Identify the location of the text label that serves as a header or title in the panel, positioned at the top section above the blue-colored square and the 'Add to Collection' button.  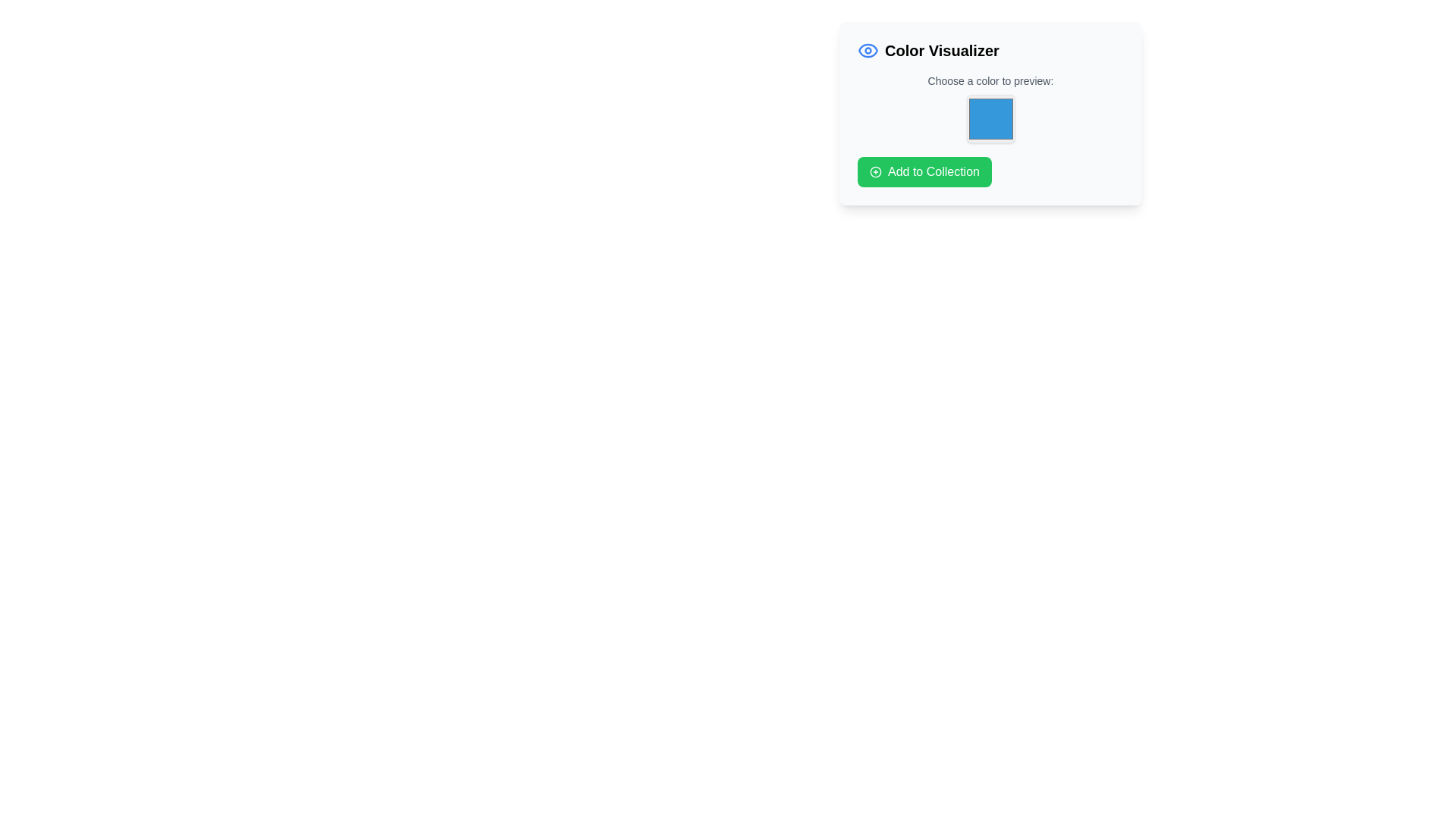
(941, 49).